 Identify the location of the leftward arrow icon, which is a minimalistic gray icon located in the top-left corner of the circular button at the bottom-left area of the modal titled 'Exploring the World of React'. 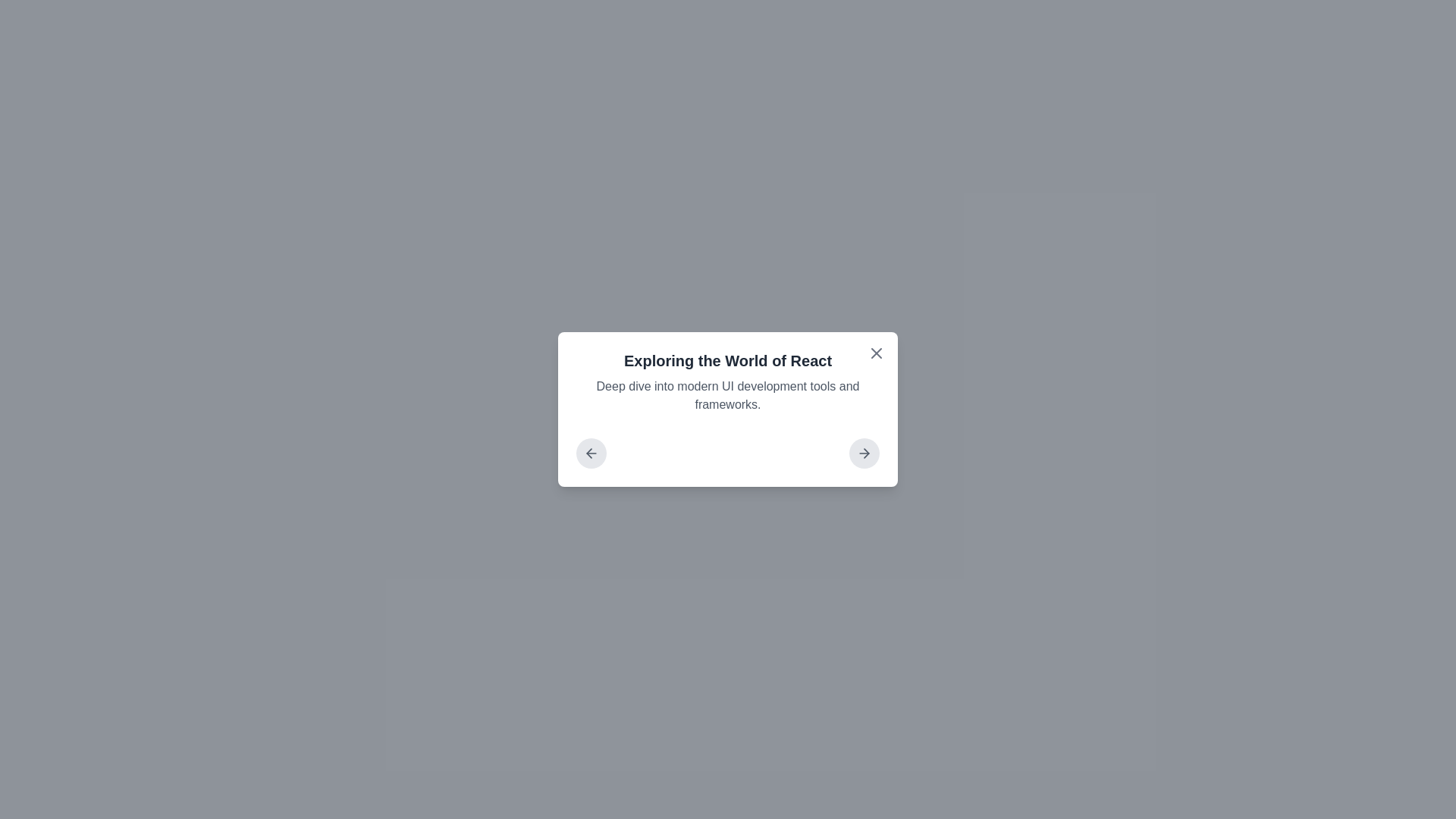
(590, 452).